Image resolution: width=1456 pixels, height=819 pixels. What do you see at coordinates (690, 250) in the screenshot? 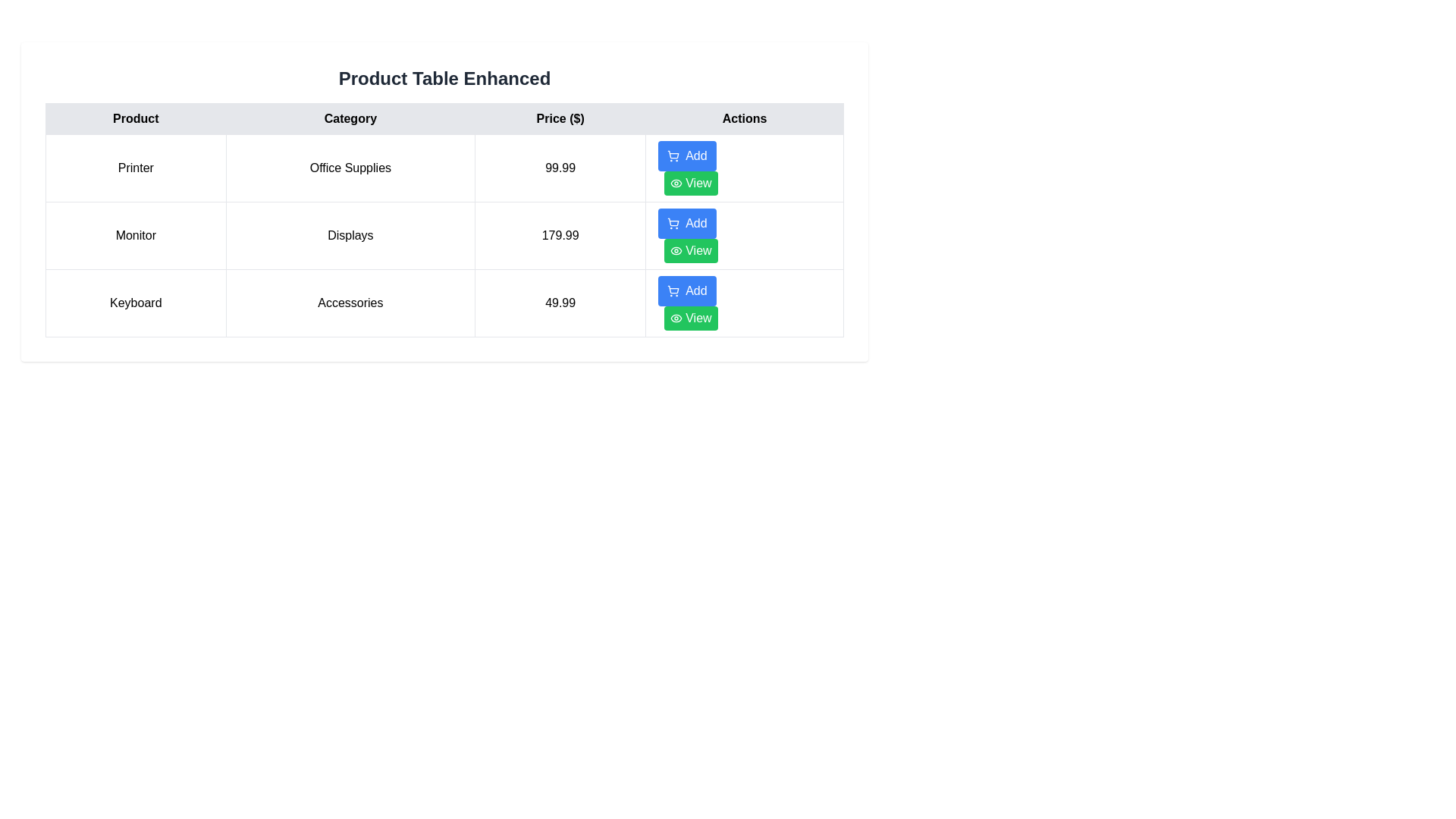
I see `the green 'View' button with an eye icon in the 'Actions' column of the second row of the table` at bounding box center [690, 250].